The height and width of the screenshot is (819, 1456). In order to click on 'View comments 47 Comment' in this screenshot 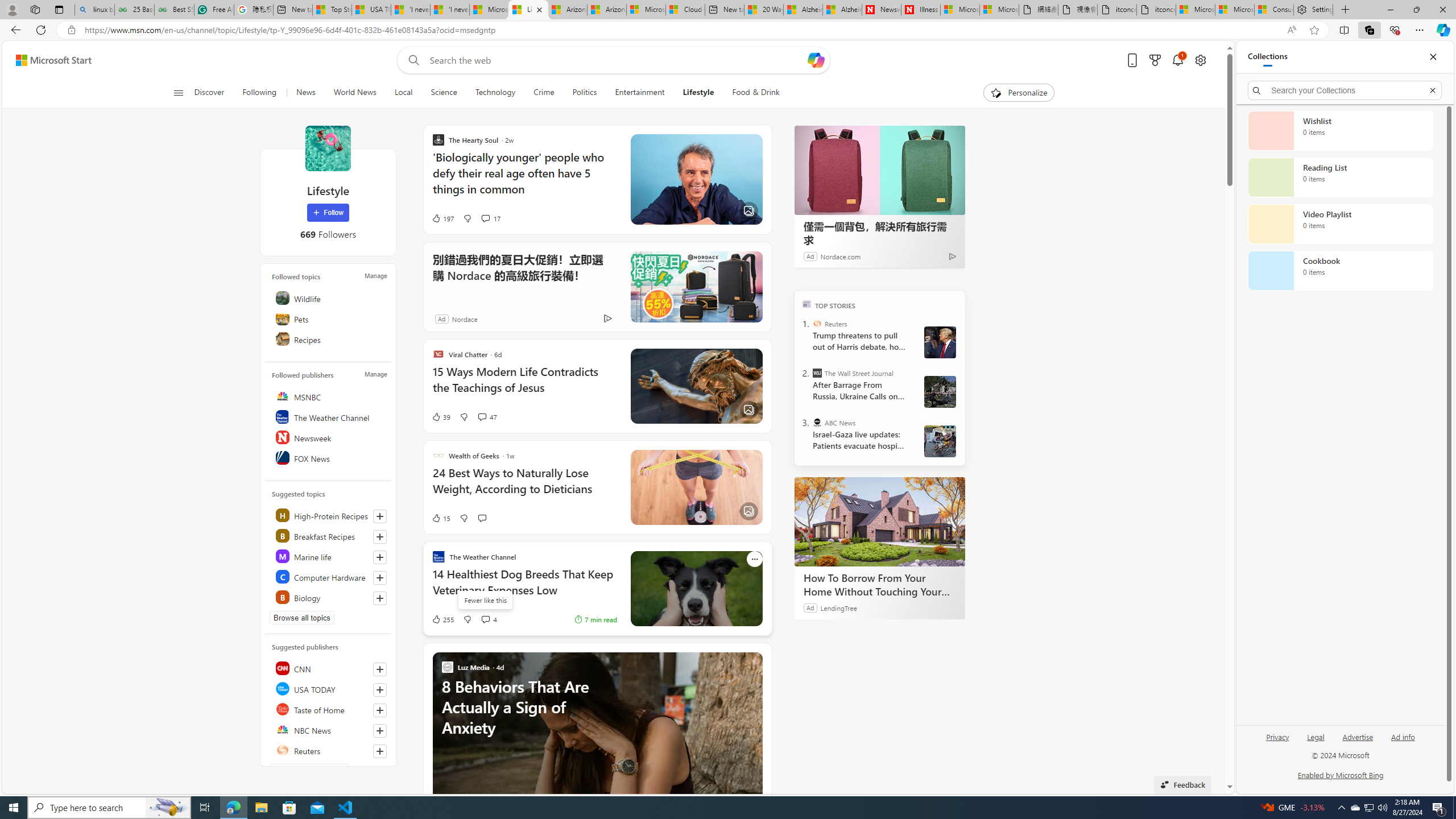, I will do `click(482, 416)`.